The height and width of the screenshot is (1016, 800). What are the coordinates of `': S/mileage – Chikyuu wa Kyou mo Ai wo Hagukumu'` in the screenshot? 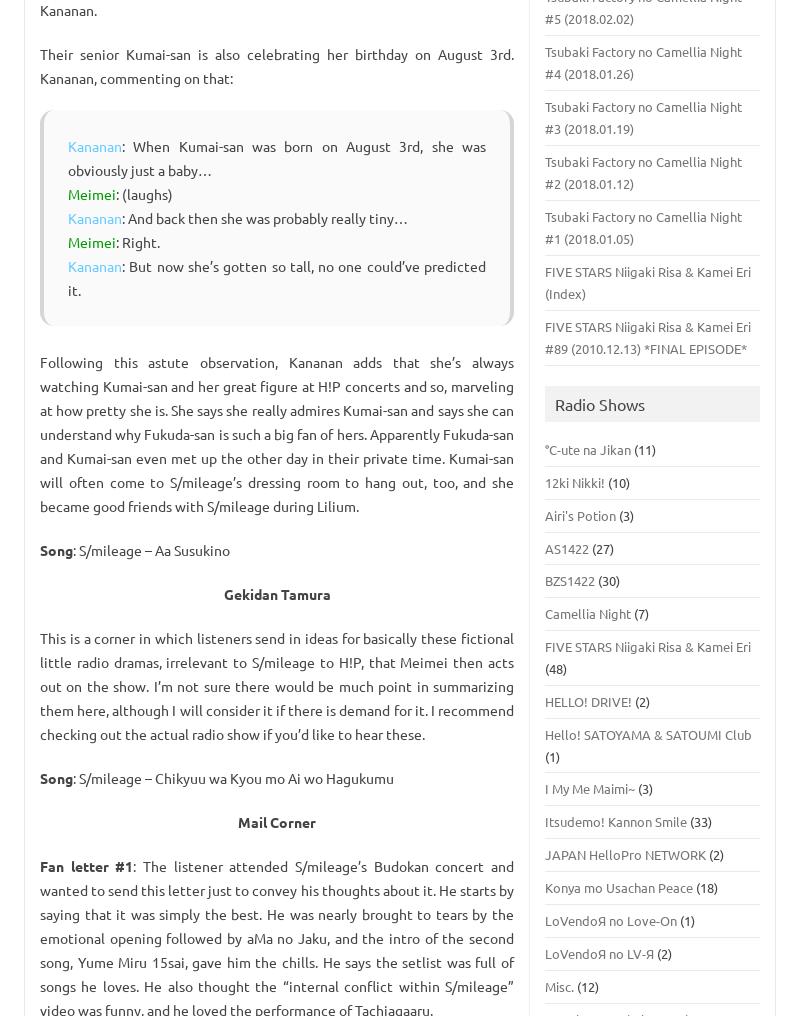 It's located at (72, 776).